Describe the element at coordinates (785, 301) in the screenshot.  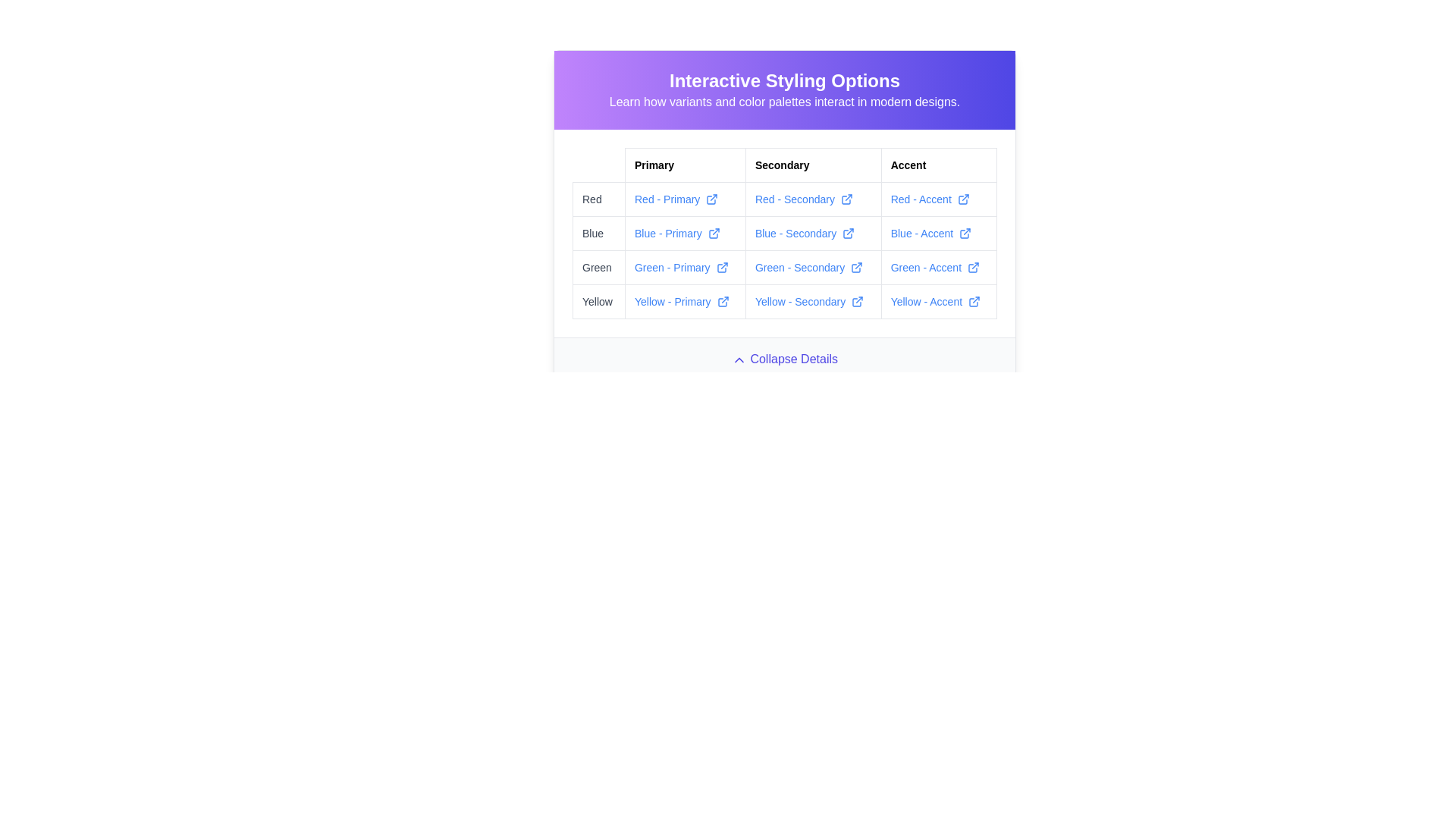
I see `the hyperlink` at that location.